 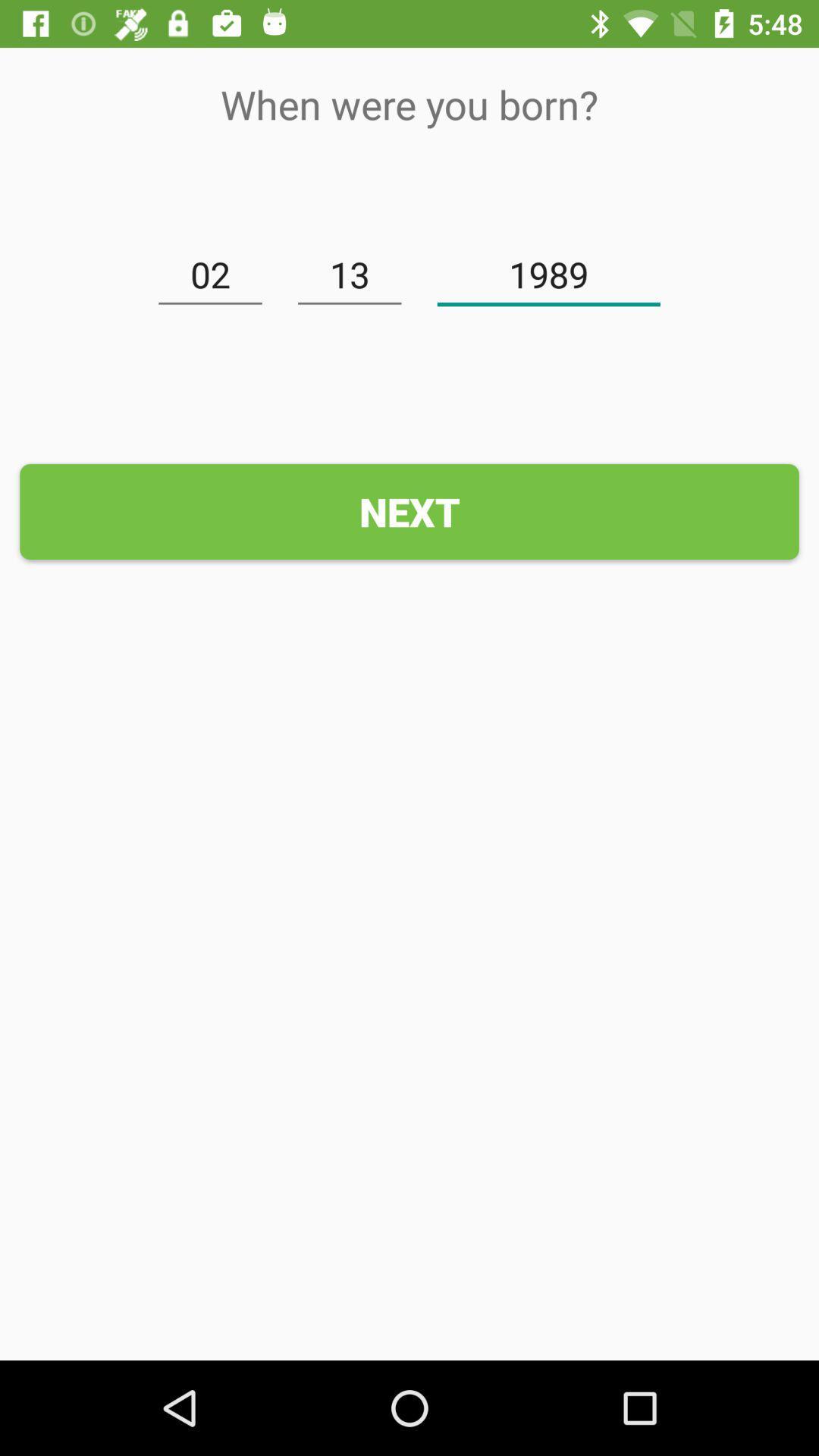 I want to click on the icon above the next, so click(x=350, y=275).